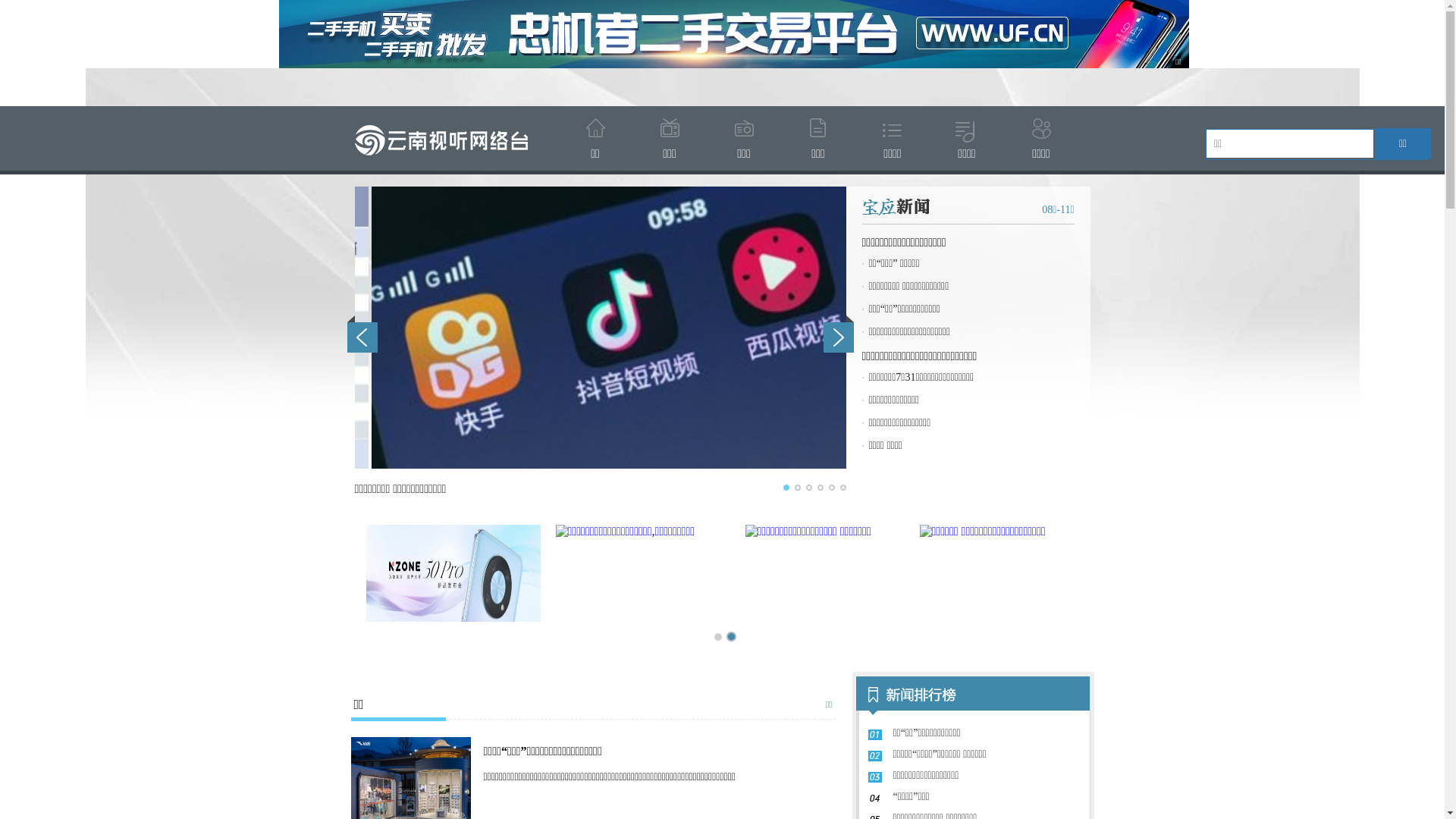 Image resolution: width=1456 pixels, height=819 pixels. What do you see at coordinates (796, 488) in the screenshot?
I see `'2'` at bounding box center [796, 488].